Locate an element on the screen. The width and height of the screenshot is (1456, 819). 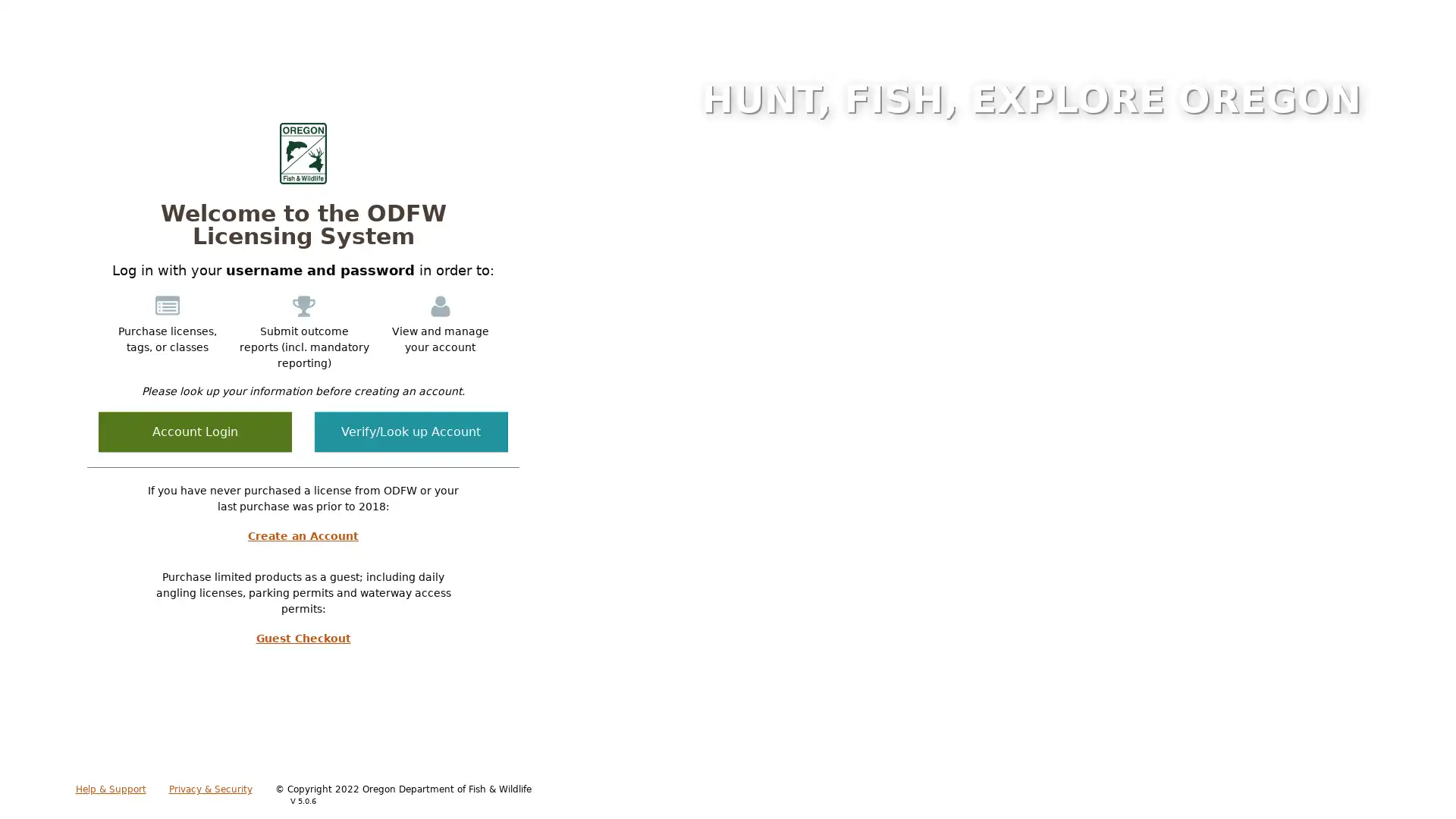
Account Login is located at coordinates (194, 431).